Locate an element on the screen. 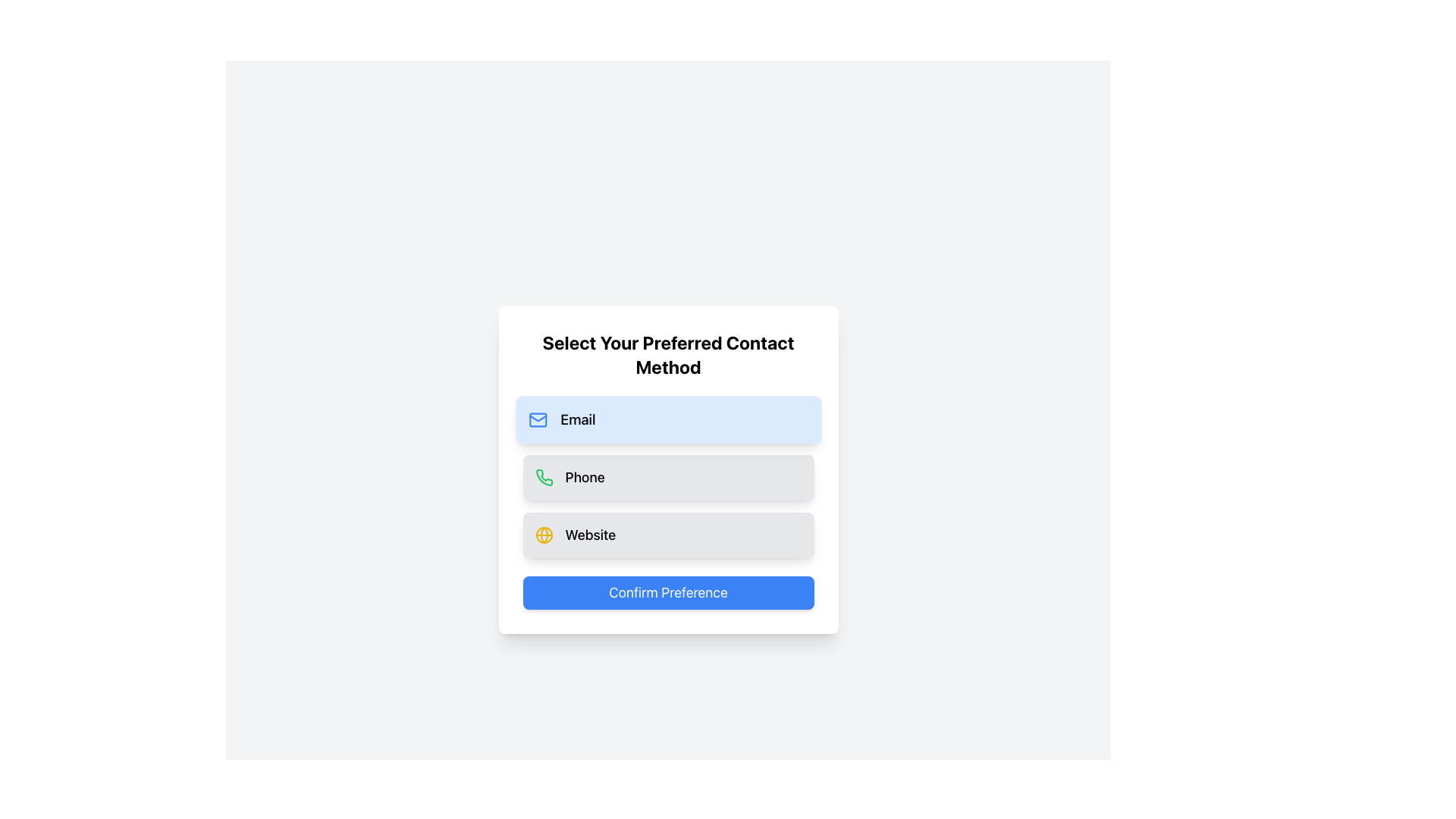 Image resolution: width=1456 pixels, height=819 pixels. the yellow globe icon representing the 'Website' option, positioned to the left of the text 'Website' is located at coordinates (544, 534).